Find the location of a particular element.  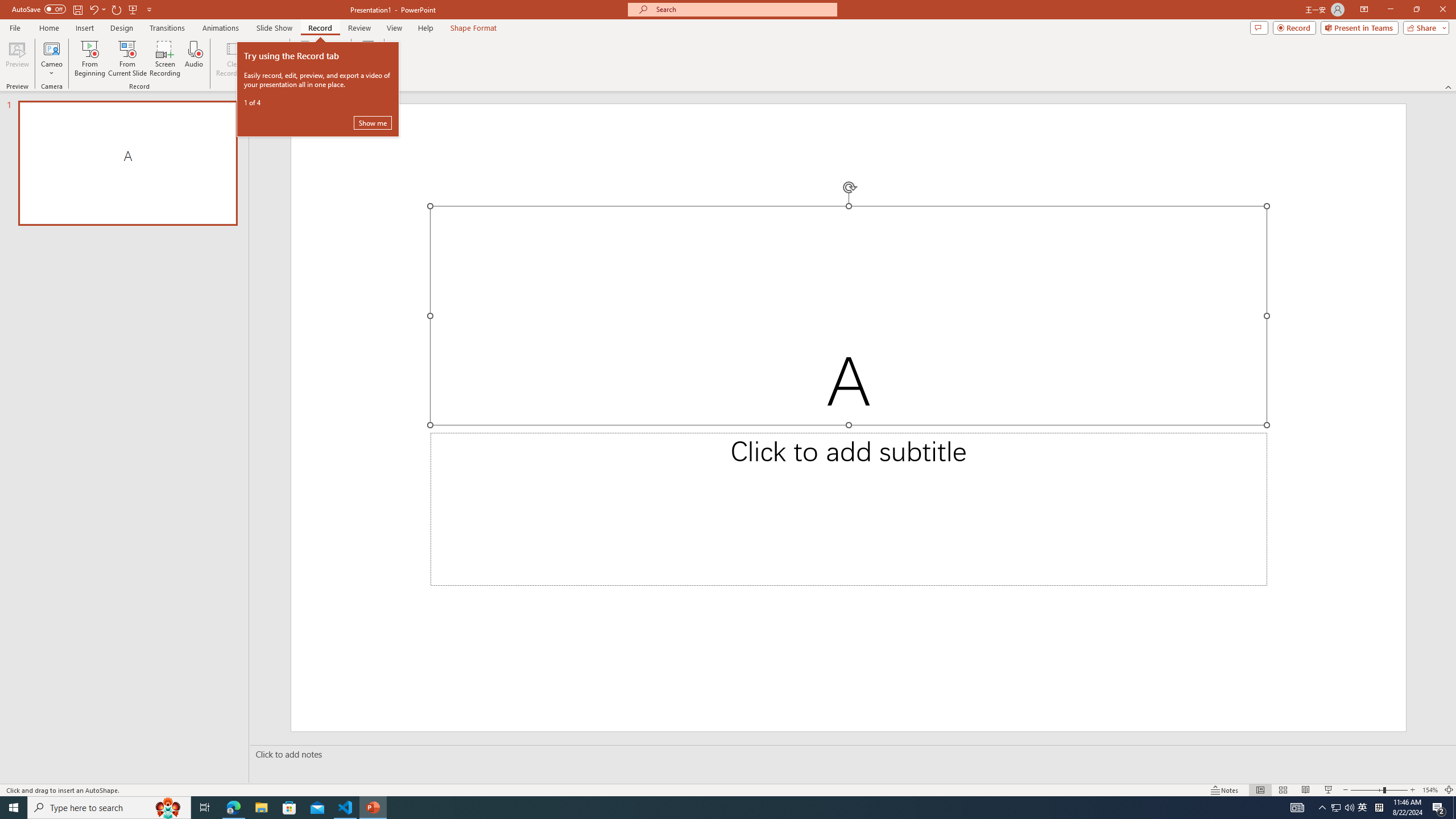

'From Current Slide...' is located at coordinates (127, 59).